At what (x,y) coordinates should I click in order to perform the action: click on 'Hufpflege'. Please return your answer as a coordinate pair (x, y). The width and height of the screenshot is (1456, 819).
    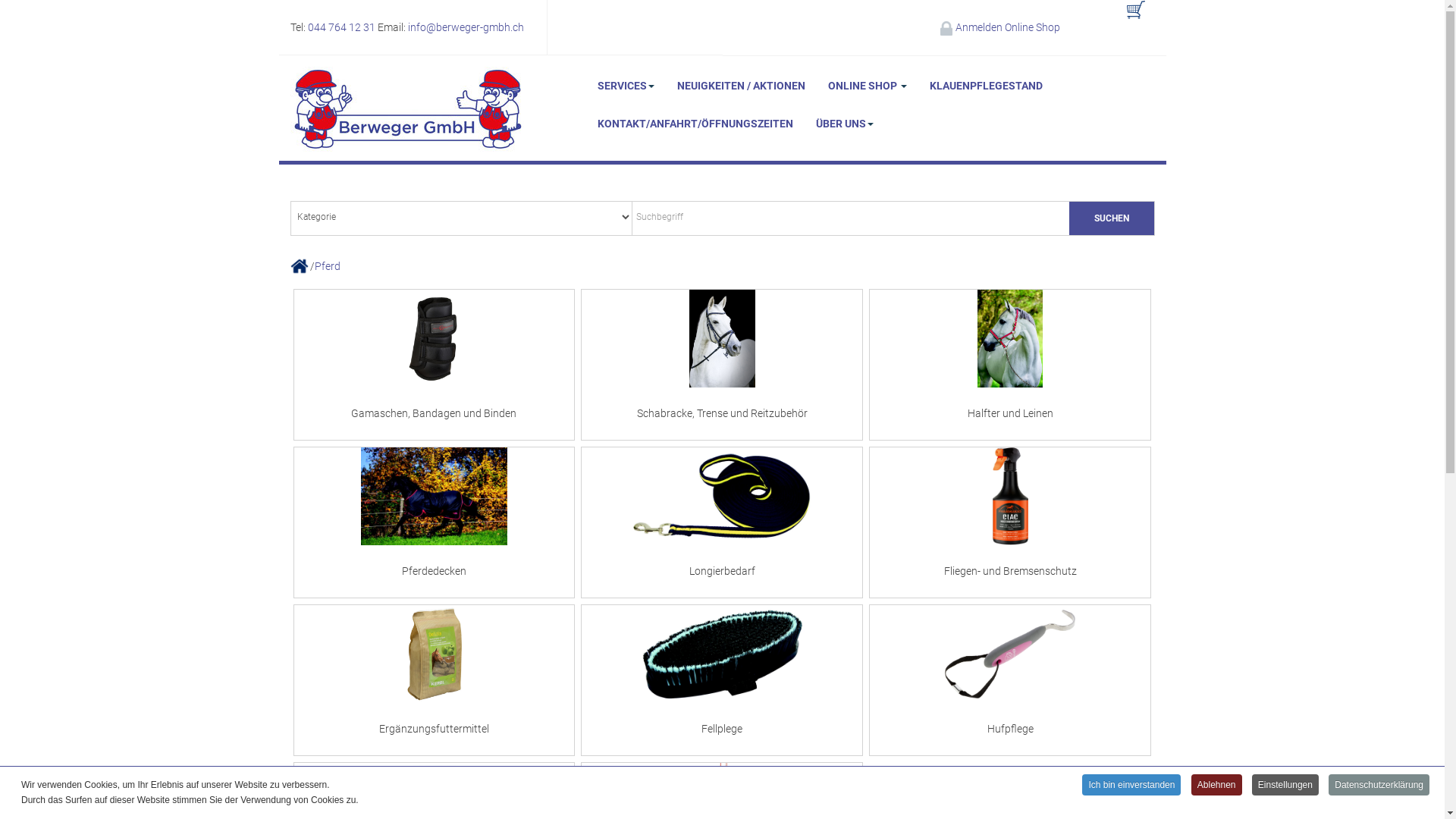
    Looking at the image, I should click on (1010, 679).